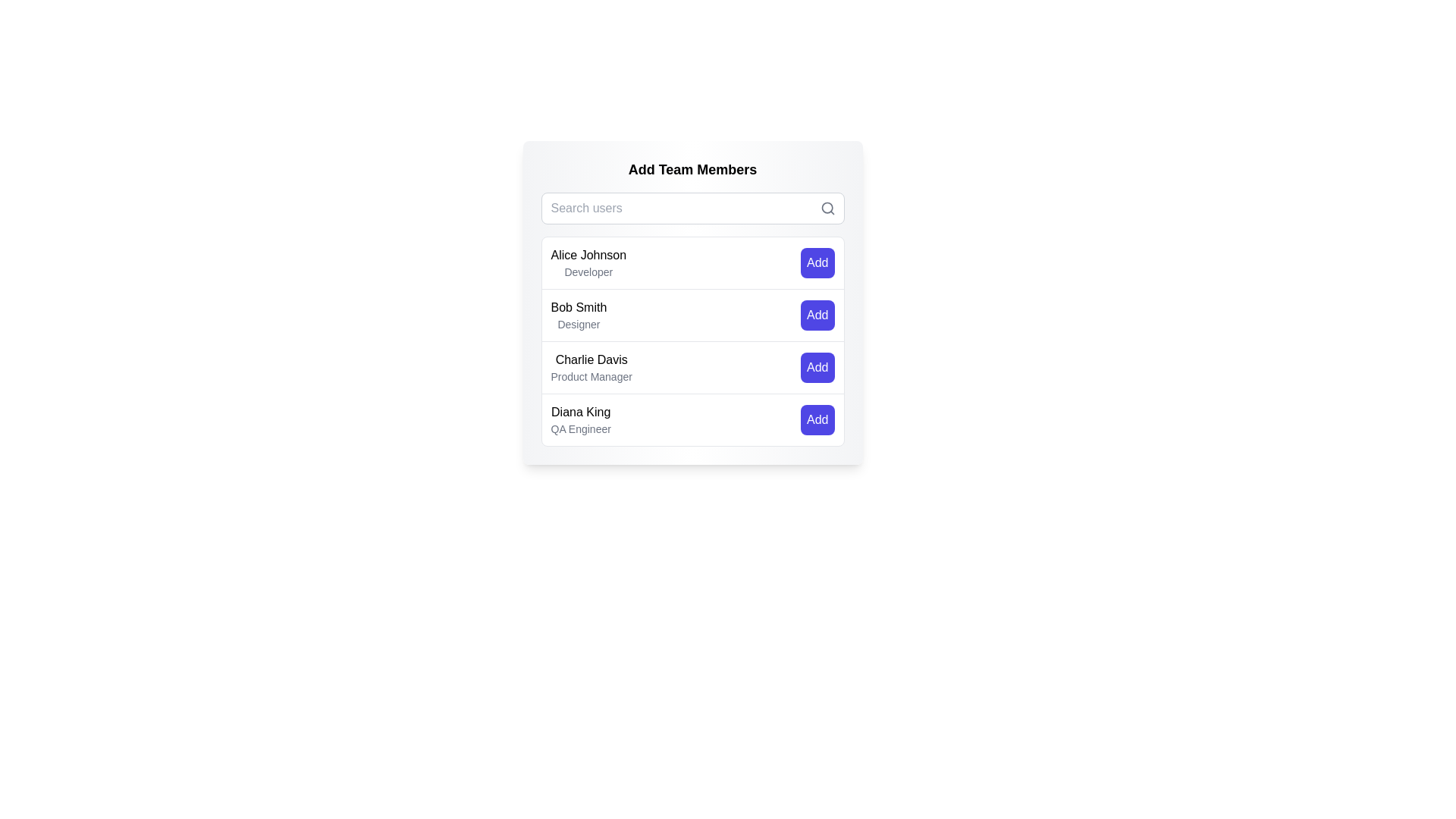  I want to click on text label providing contextual information about the team member 'Charlie Davis', located below the name in the centralized modal dialog box titled 'Add Team Members', so click(591, 376).